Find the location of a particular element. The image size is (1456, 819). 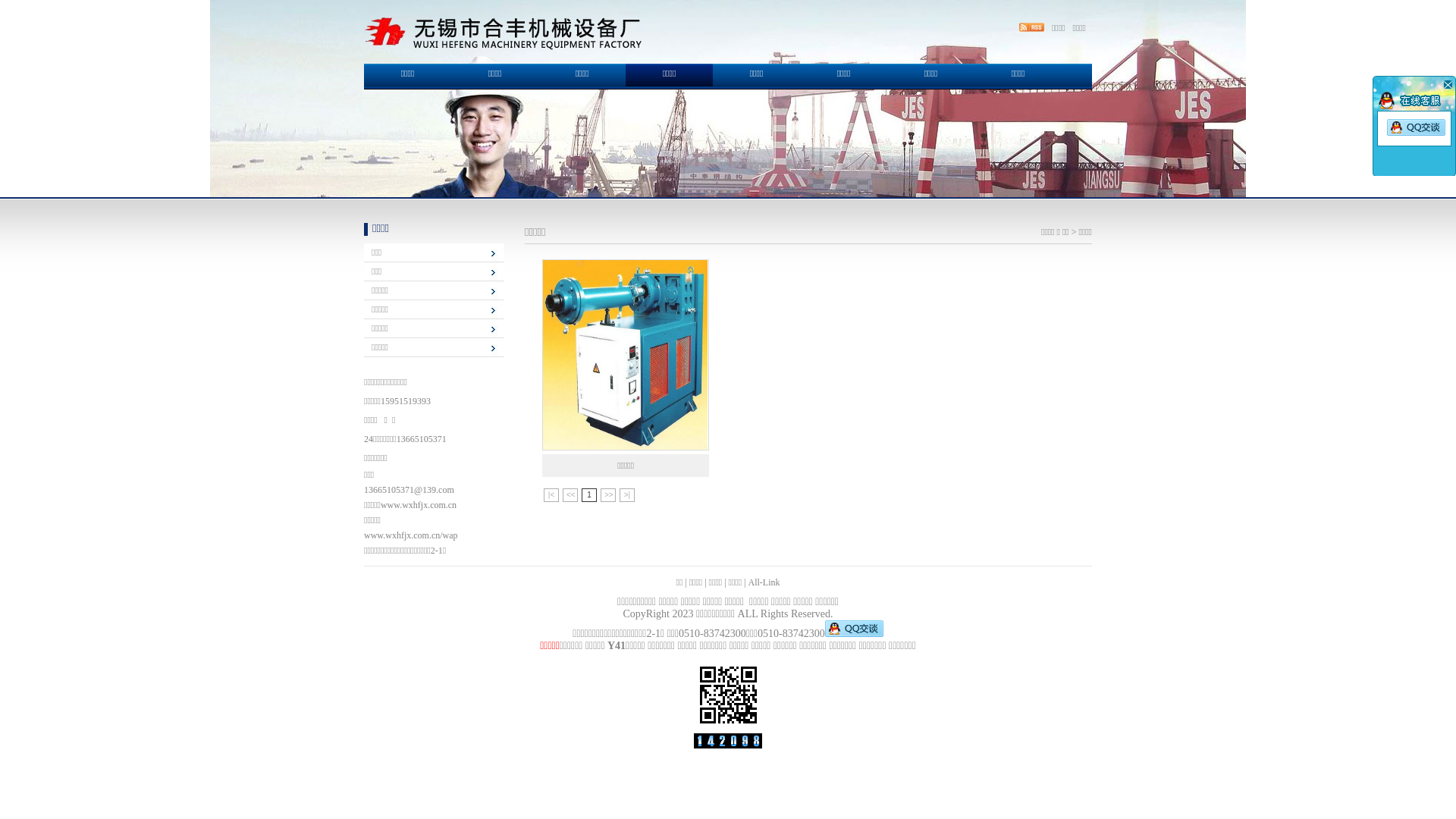

'1' is located at coordinates (588, 494).